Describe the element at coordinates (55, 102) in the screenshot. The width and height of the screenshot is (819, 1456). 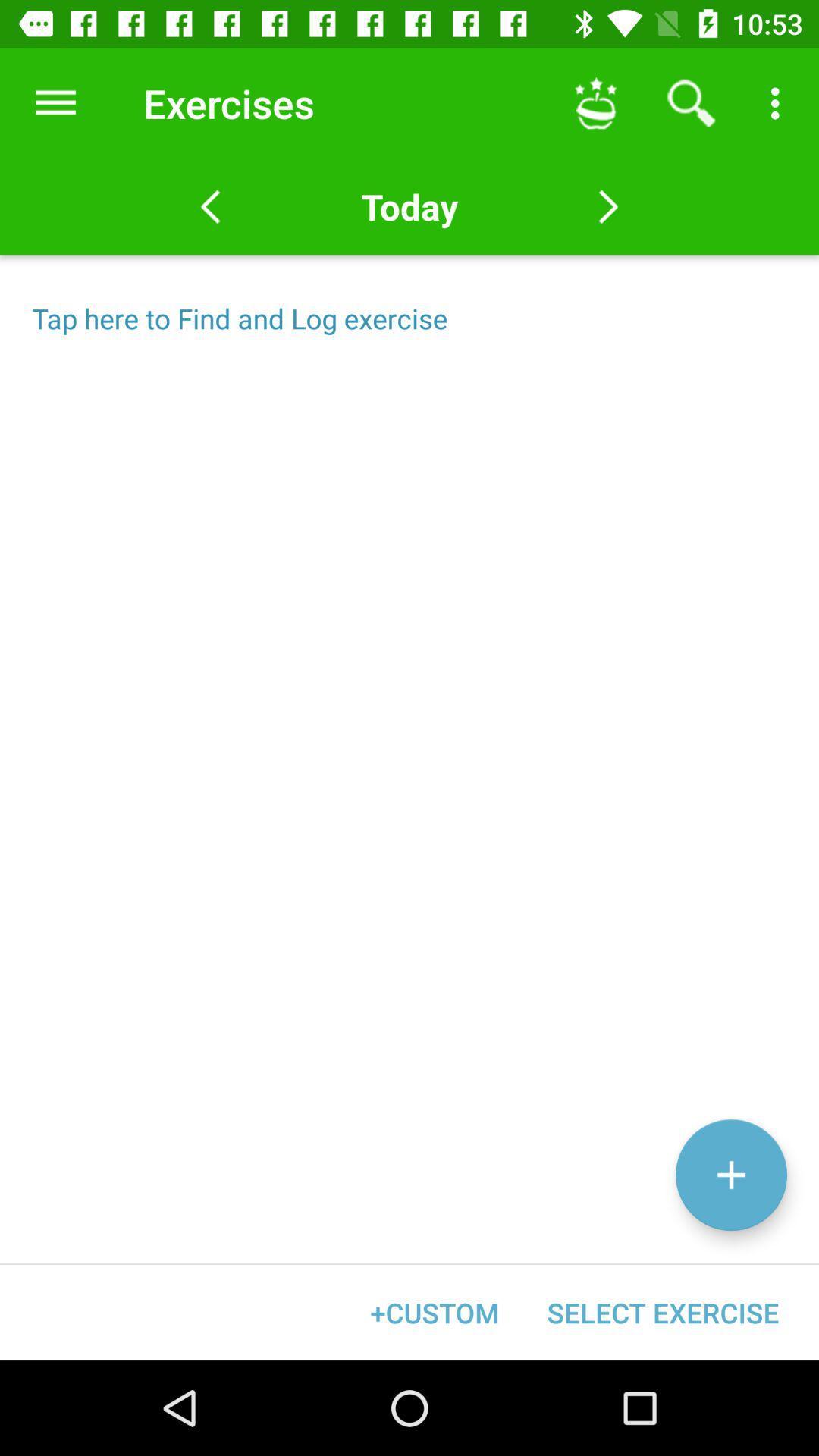
I see `icon to the left of the exercises` at that location.